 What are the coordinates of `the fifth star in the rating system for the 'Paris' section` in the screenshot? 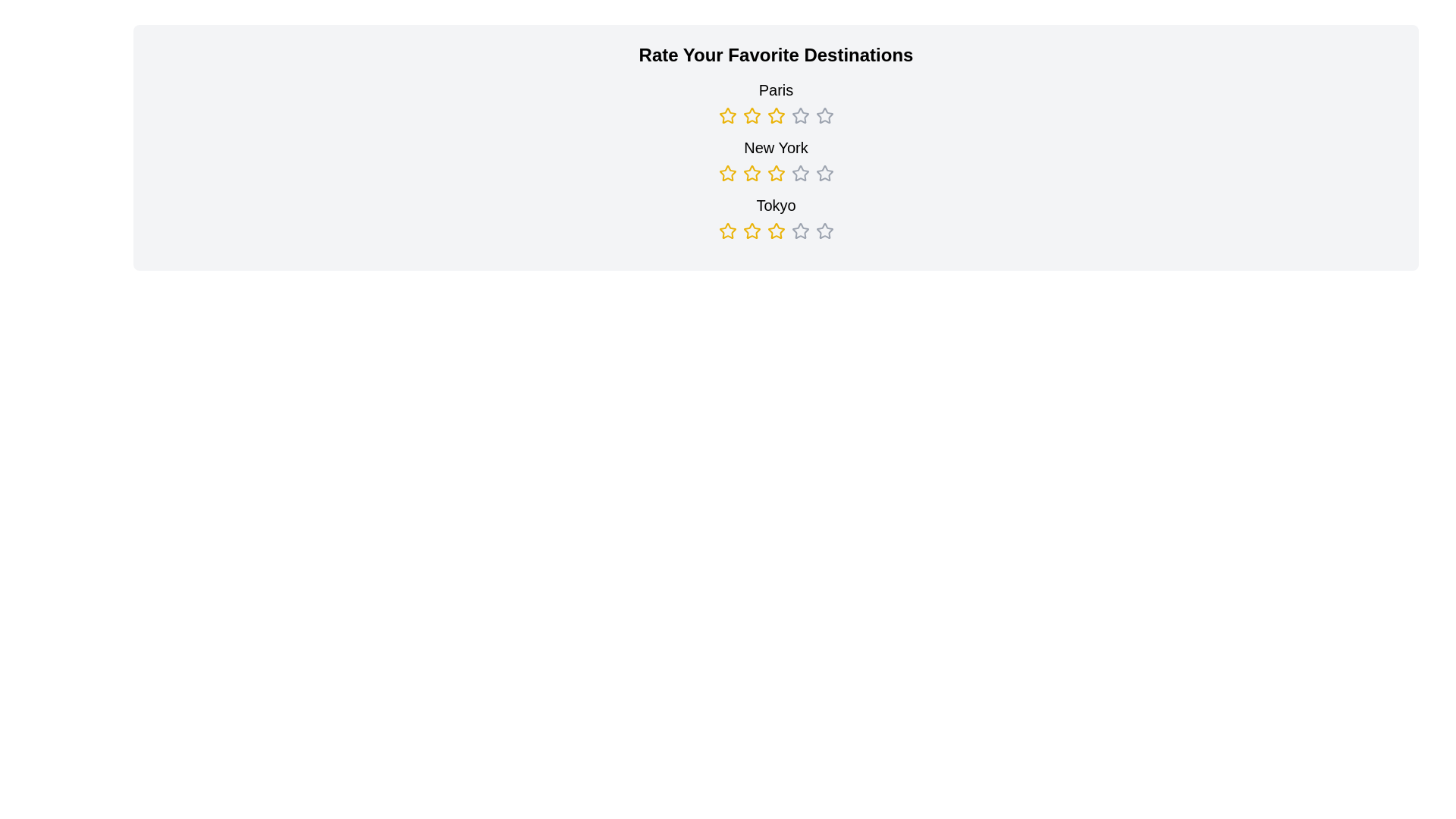 It's located at (824, 115).